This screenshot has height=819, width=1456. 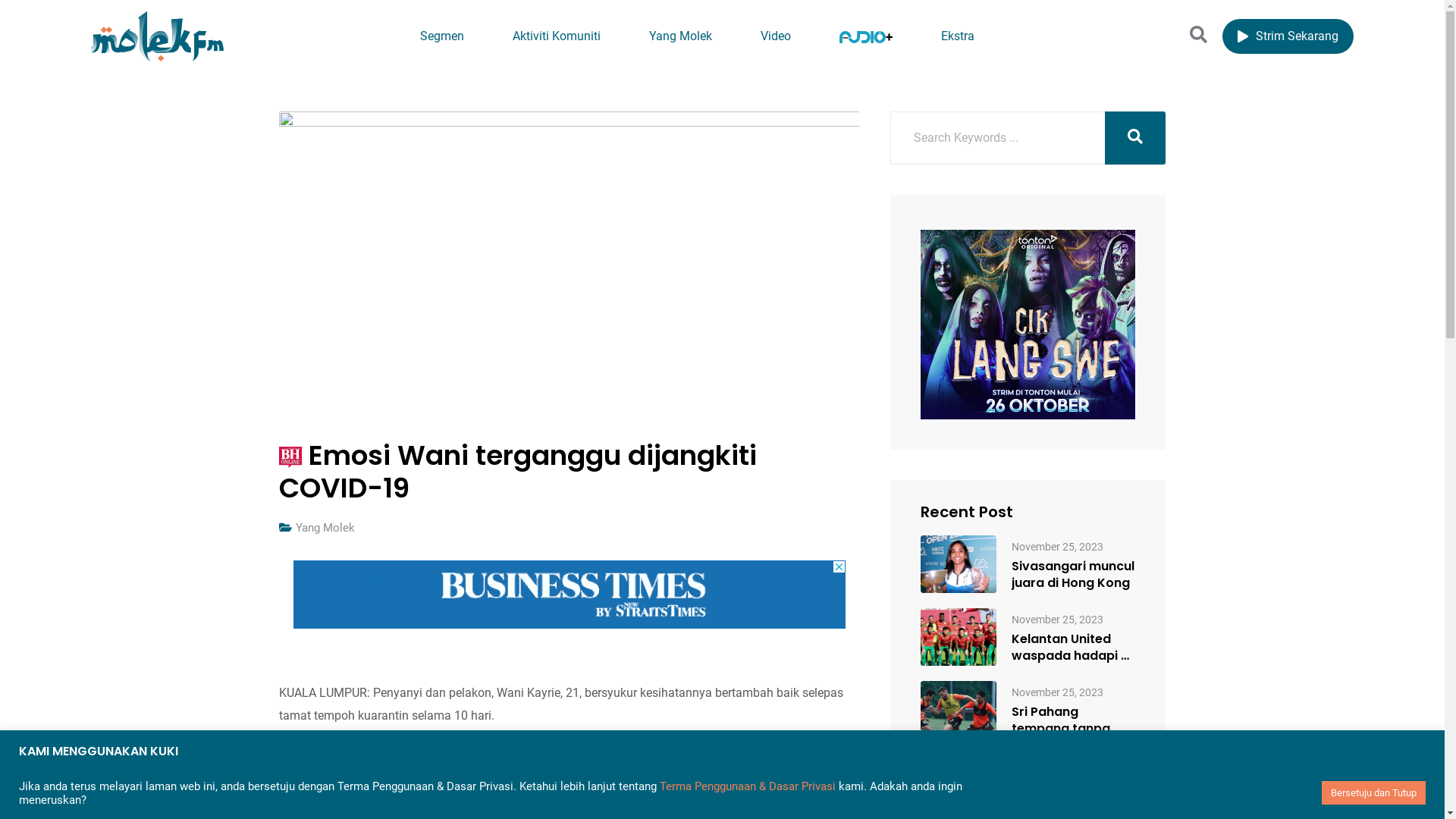 I want to click on 'Sivasangari muncul juara di Hong Kong', so click(x=1012, y=575).